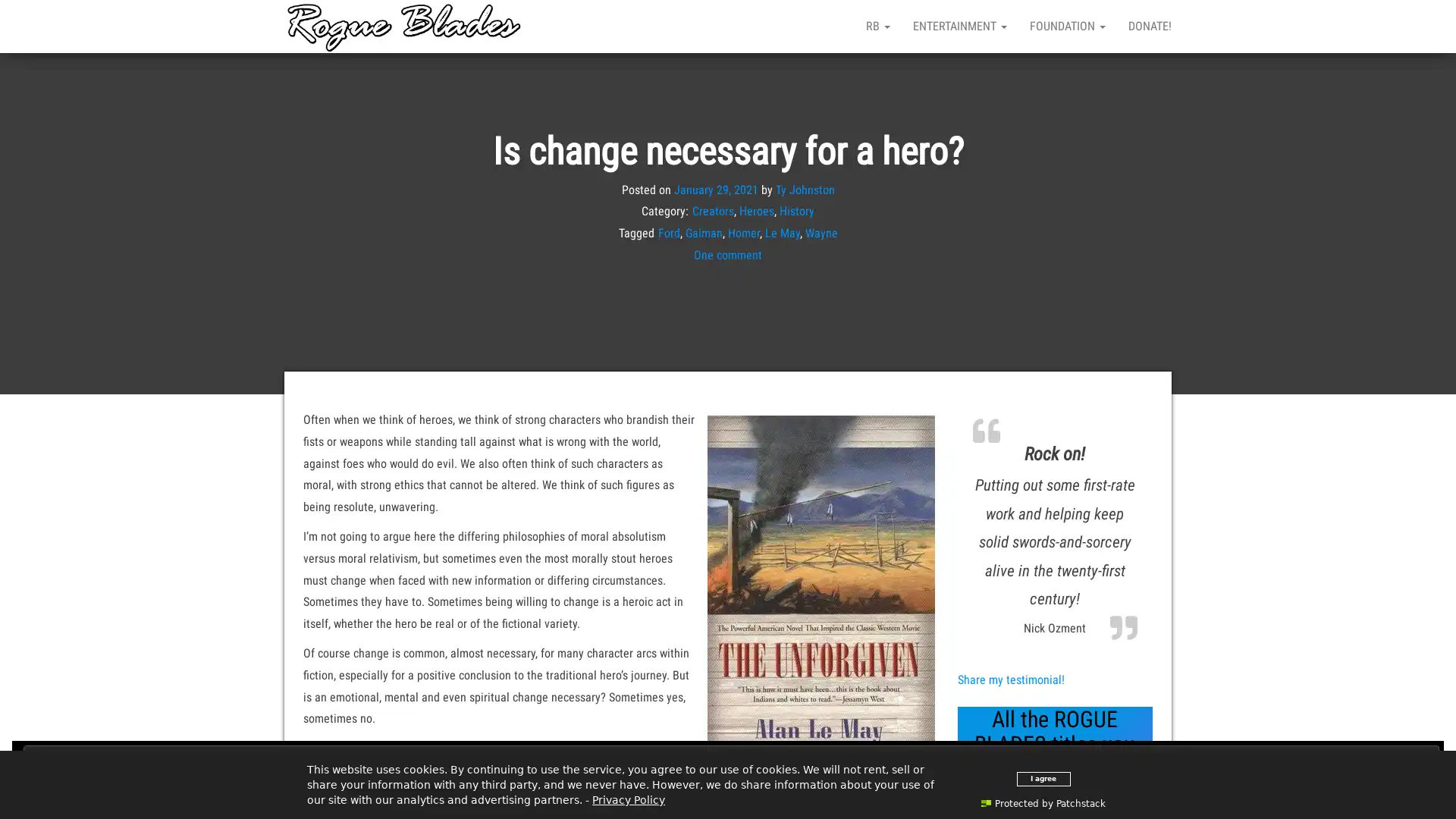 The image size is (1456, 819). I want to click on Close and accept, so click(731, 760).